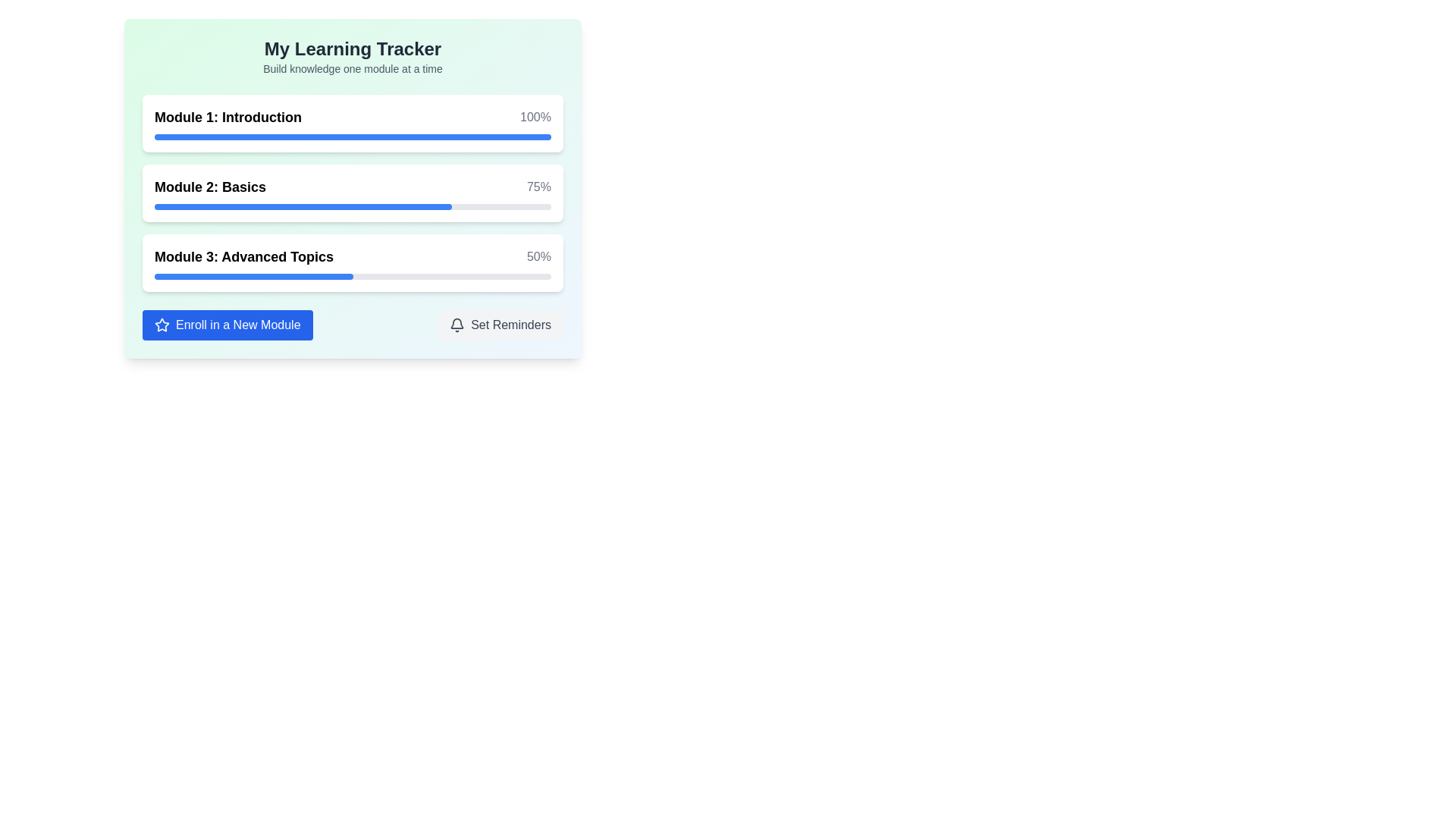 The image size is (1456, 819). What do you see at coordinates (352, 277) in the screenshot?
I see `the progress bar representing 50% completion of 'Module 3: Advanced Topics', which is centrally aligned under its label` at bounding box center [352, 277].